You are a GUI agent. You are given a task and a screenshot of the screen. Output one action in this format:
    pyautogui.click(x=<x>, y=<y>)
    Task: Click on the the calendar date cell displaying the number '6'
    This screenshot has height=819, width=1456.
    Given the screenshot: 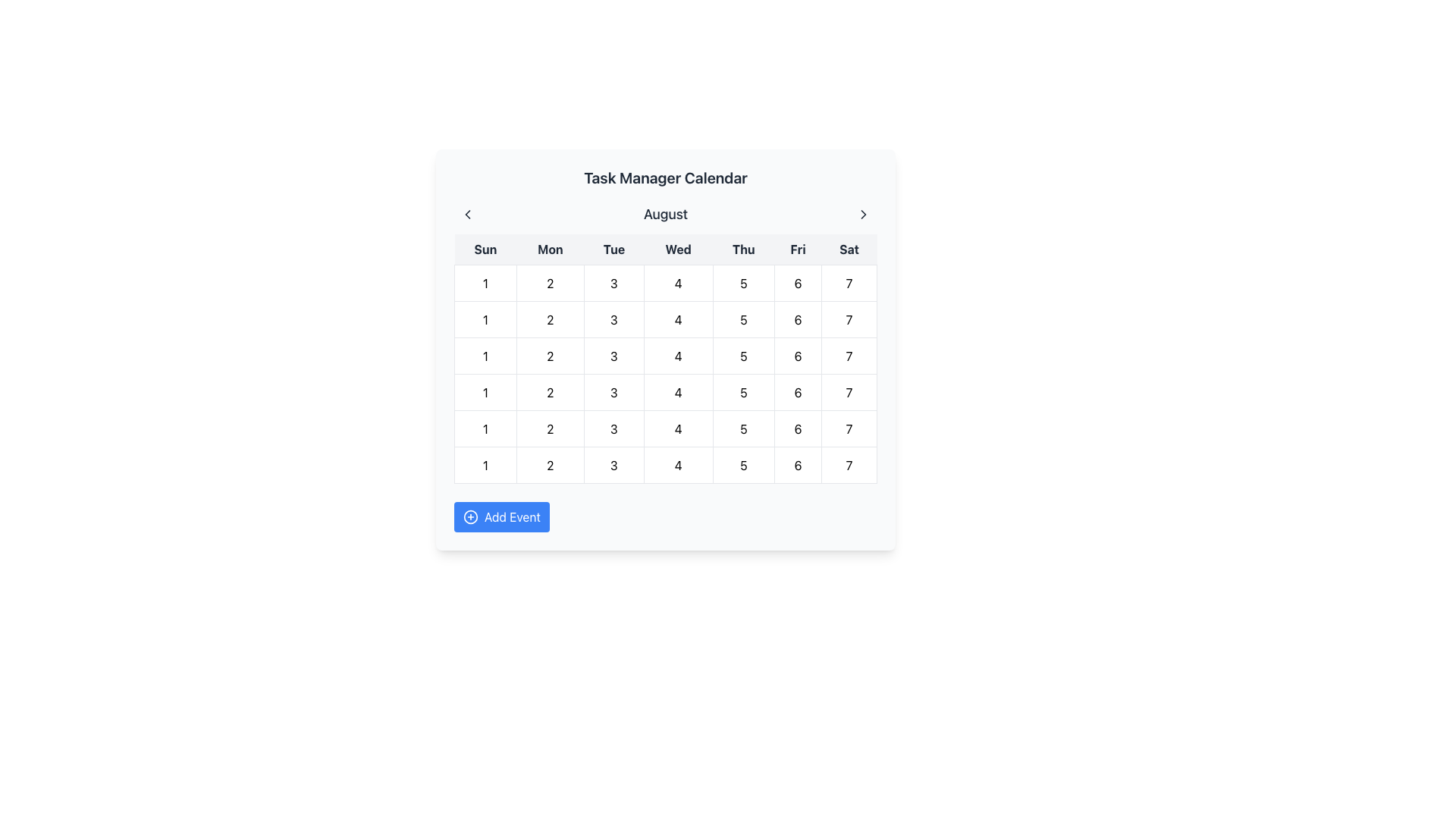 What is the action you would take?
    pyautogui.click(x=797, y=318)
    